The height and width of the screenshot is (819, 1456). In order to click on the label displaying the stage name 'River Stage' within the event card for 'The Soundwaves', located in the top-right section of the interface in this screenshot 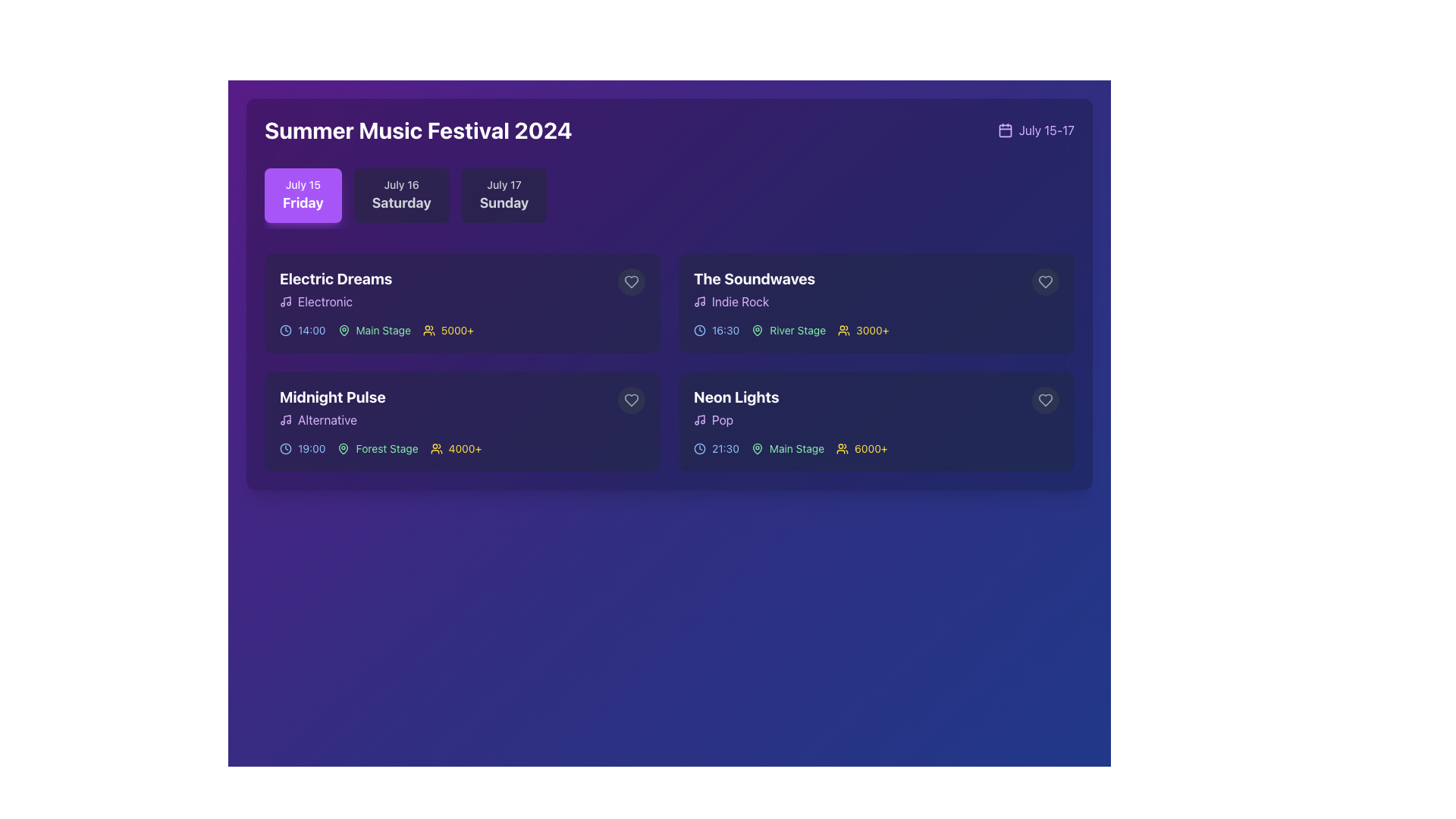, I will do `click(789, 329)`.